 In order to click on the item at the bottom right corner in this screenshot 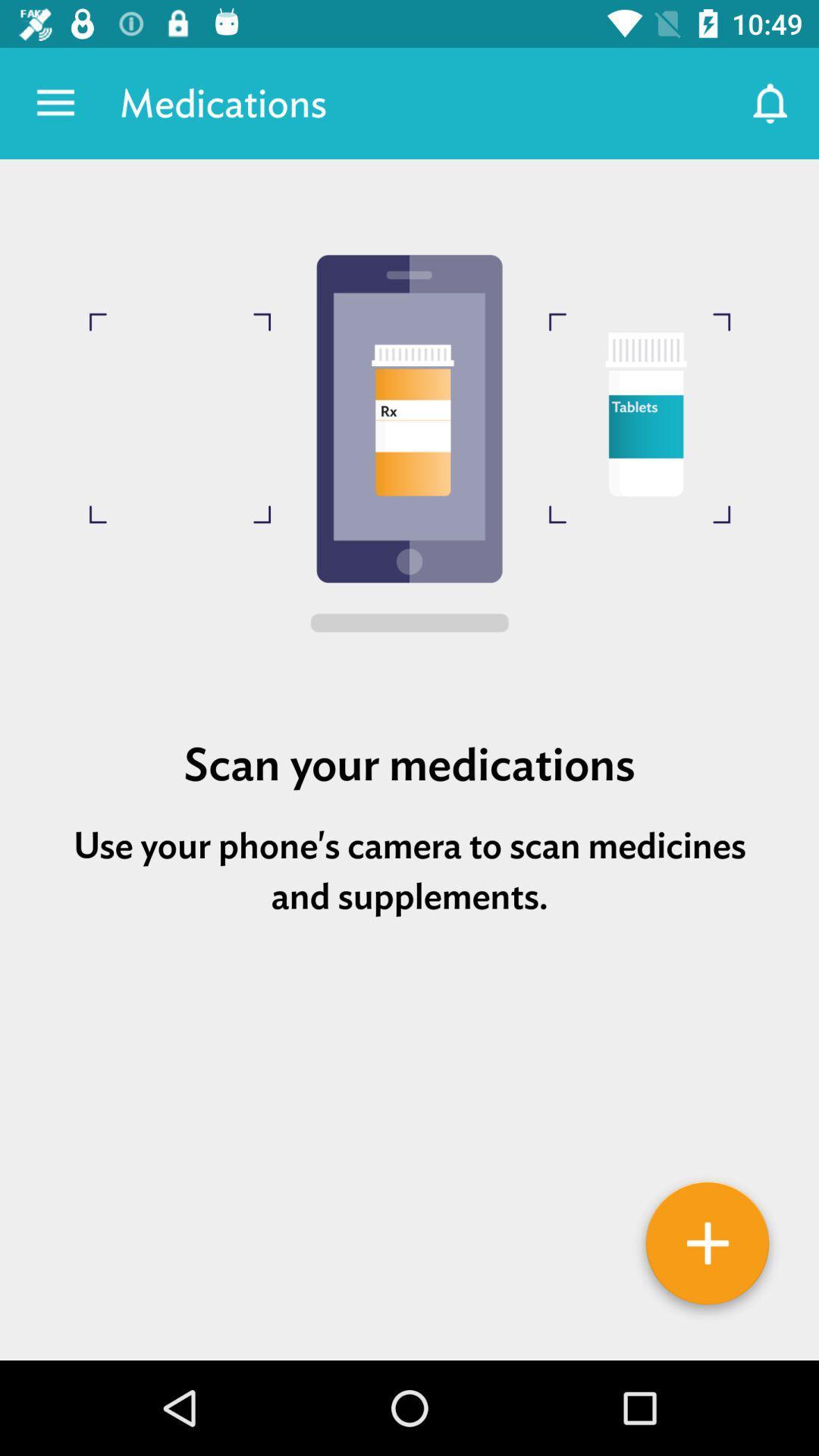, I will do `click(708, 1248)`.